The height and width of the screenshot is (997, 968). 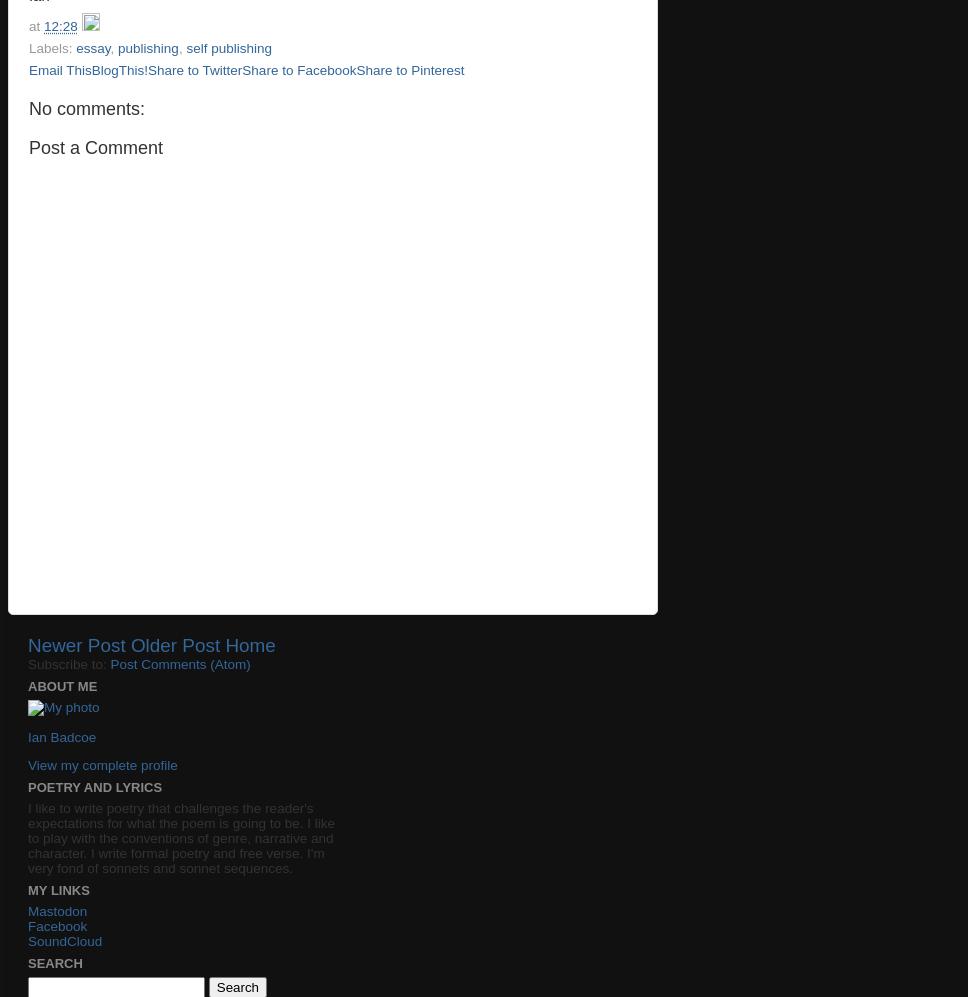 What do you see at coordinates (36, 26) in the screenshot?
I see `'at'` at bounding box center [36, 26].